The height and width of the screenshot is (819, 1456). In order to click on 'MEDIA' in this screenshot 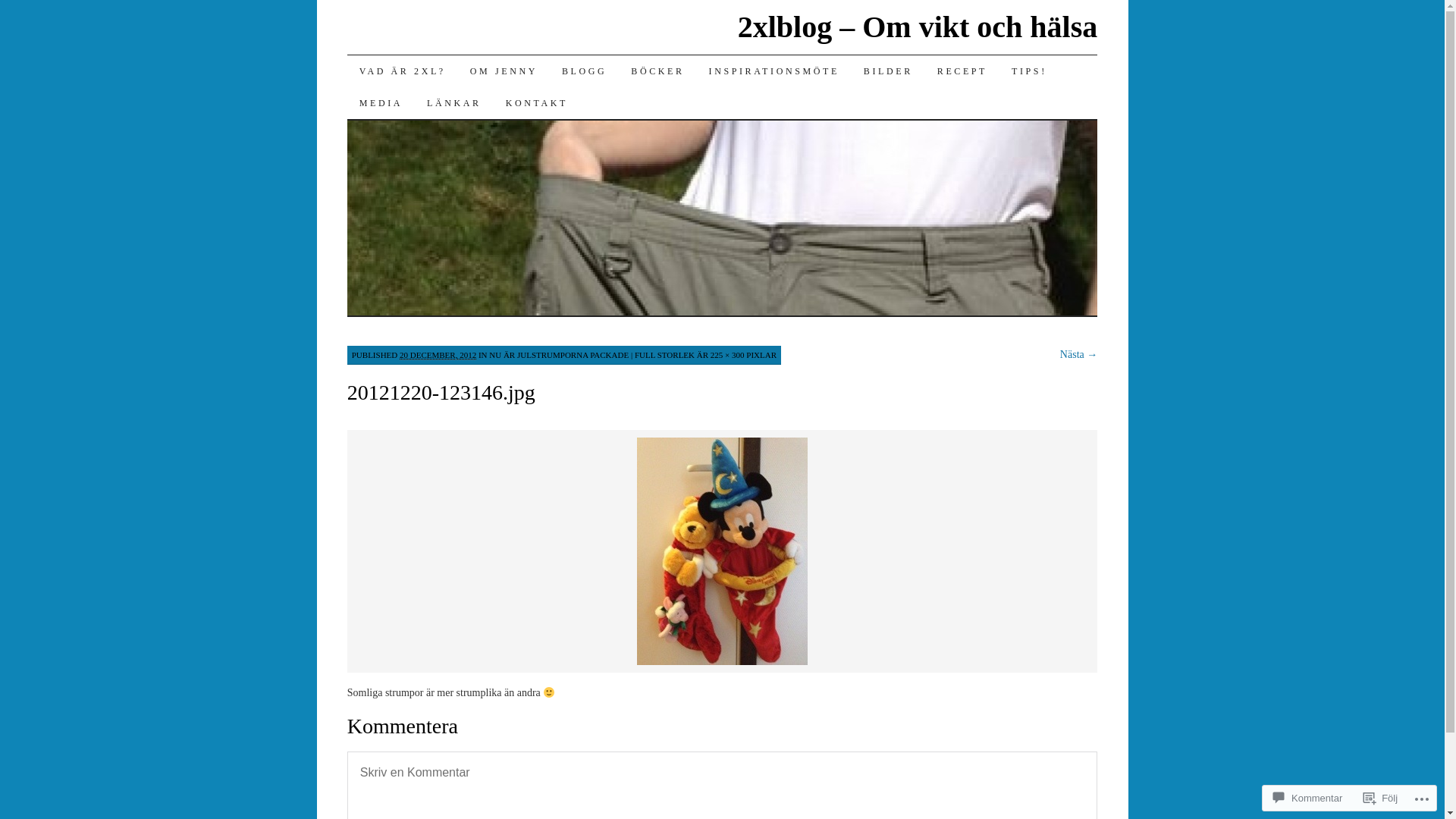, I will do `click(381, 102)`.